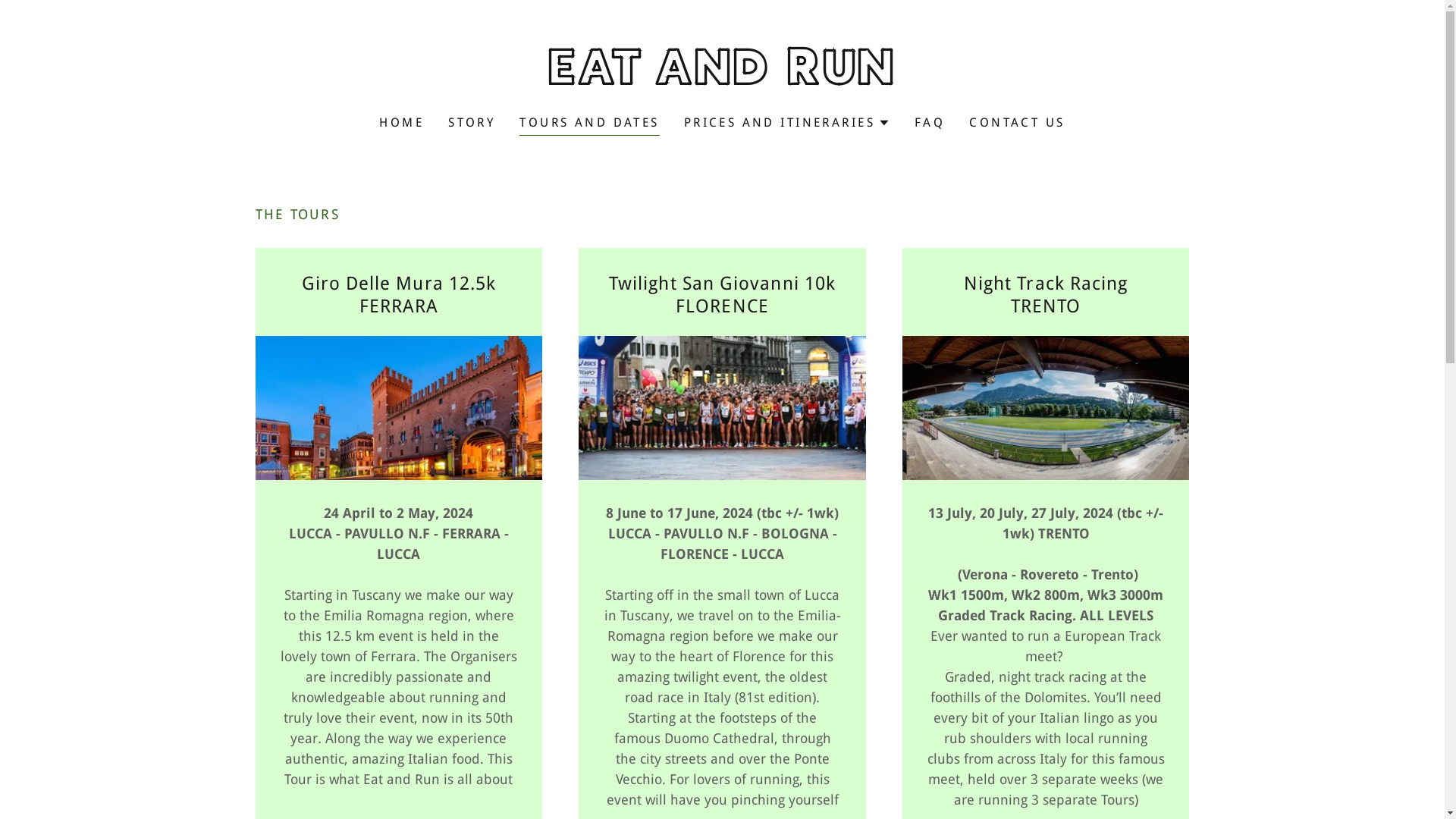 This screenshot has height=819, width=1456. What do you see at coordinates (928, 122) in the screenshot?
I see `'FAQ'` at bounding box center [928, 122].